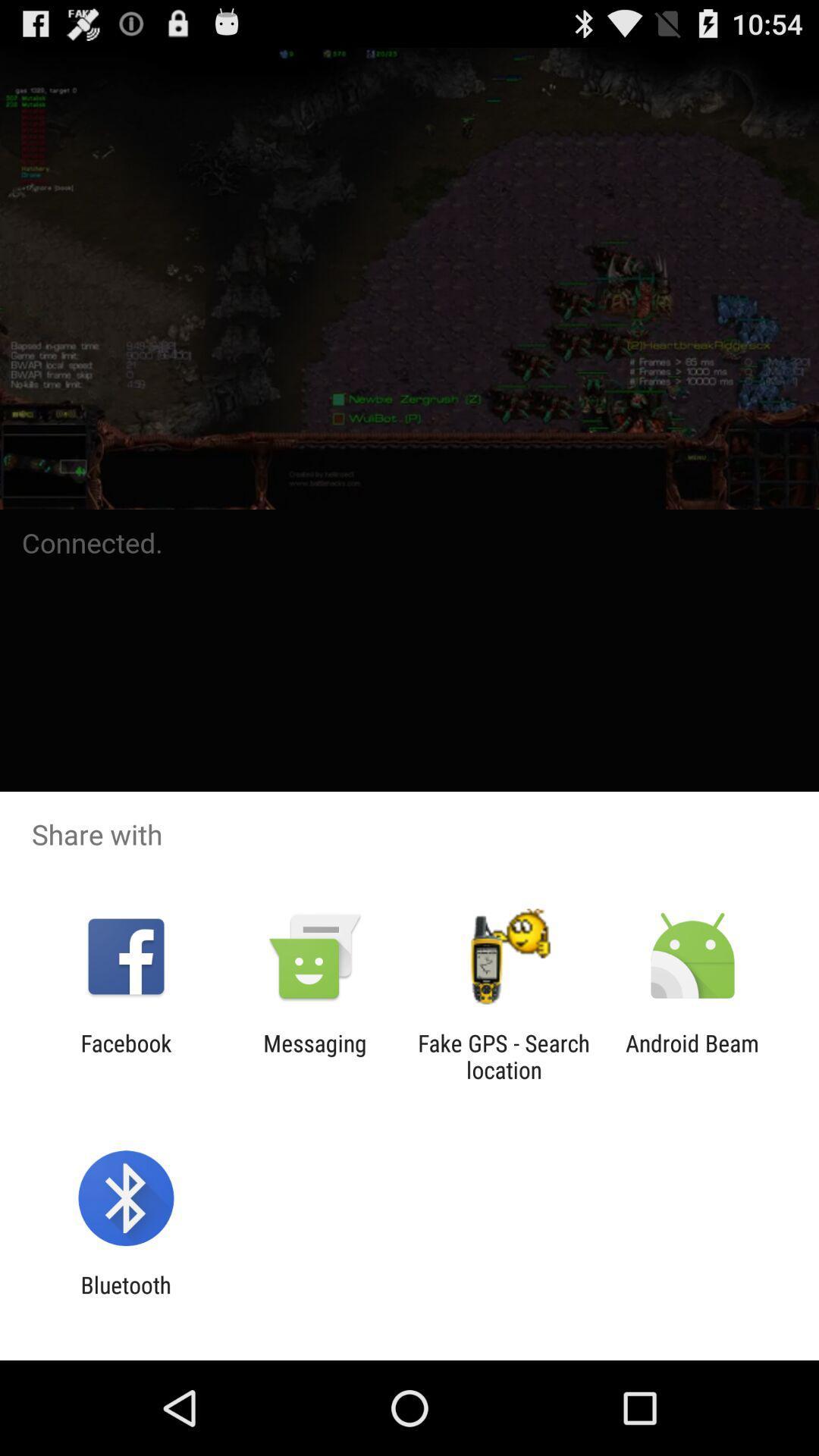 The width and height of the screenshot is (819, 1456). What do you see at coordinates (692, 1056) in the screenshot?
I see `the app to the right of fake gps search` at bounding box center [692, 1056].